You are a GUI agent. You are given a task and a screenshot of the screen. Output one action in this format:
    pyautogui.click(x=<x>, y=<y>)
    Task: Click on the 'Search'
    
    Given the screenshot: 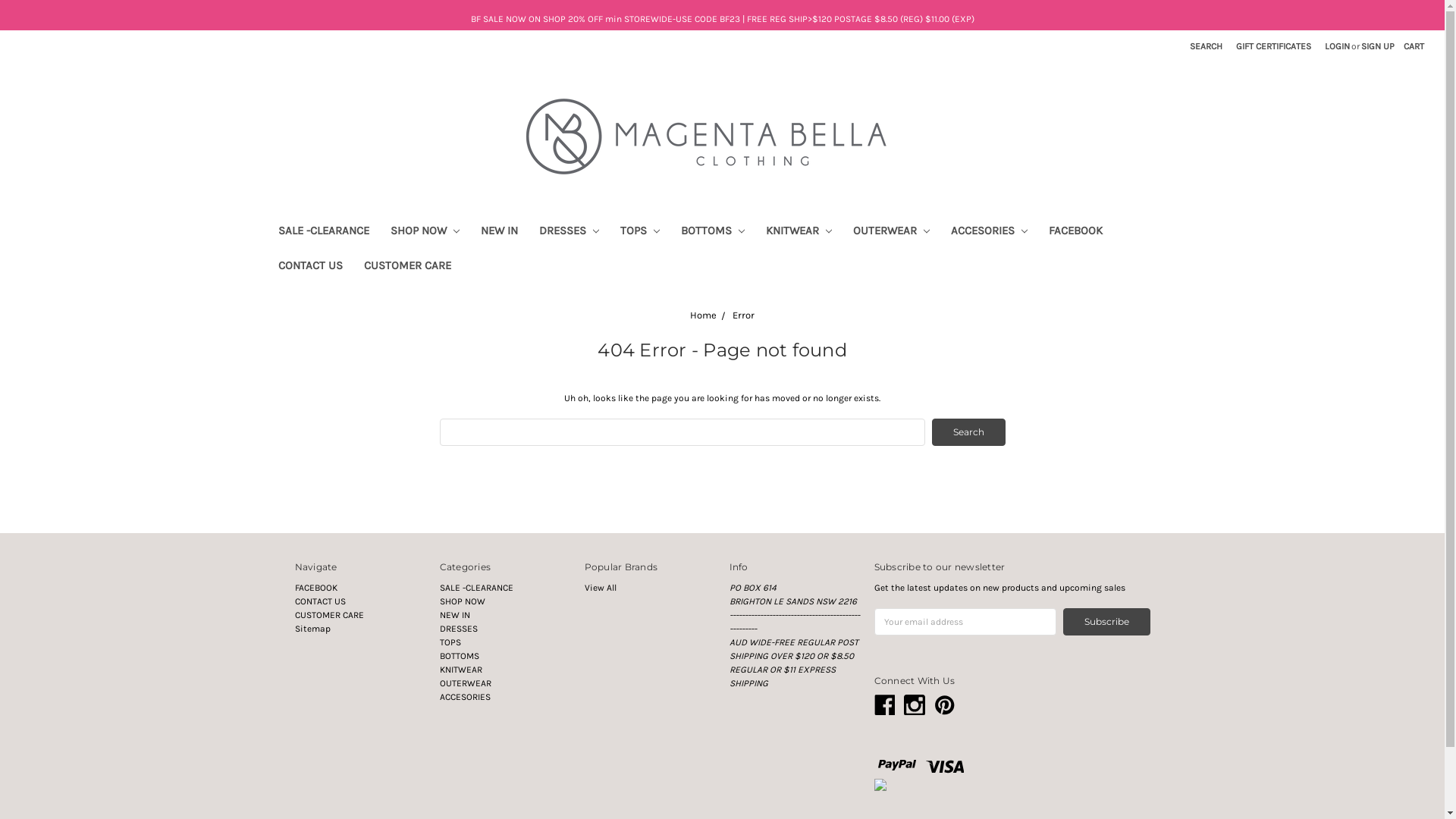 What is the action you would take?
    pyautogui.click(x=967, y=432)
    